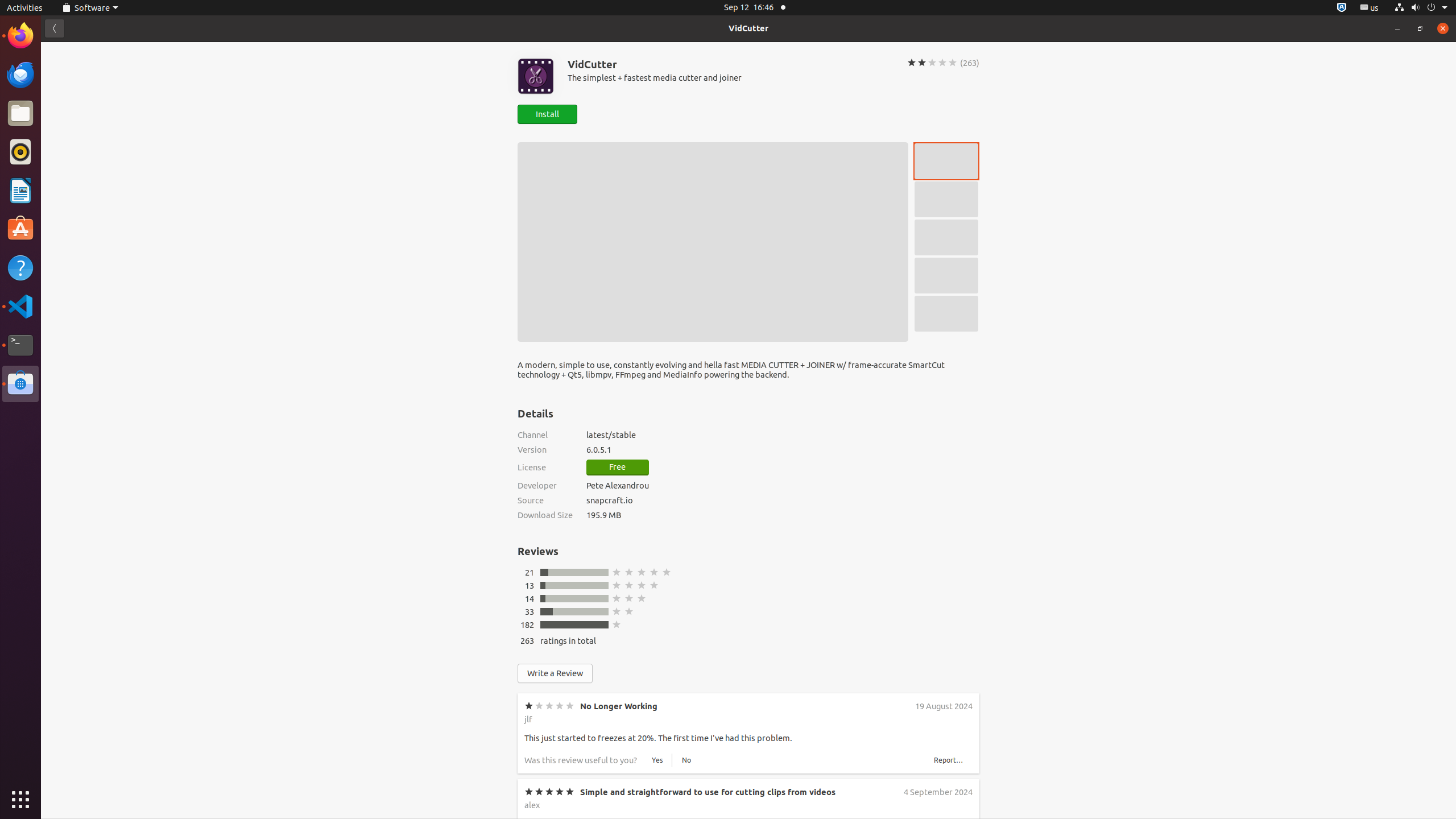 This screenshot has height=819, width=1456. I want to click on 'Software', so click(20, 383).